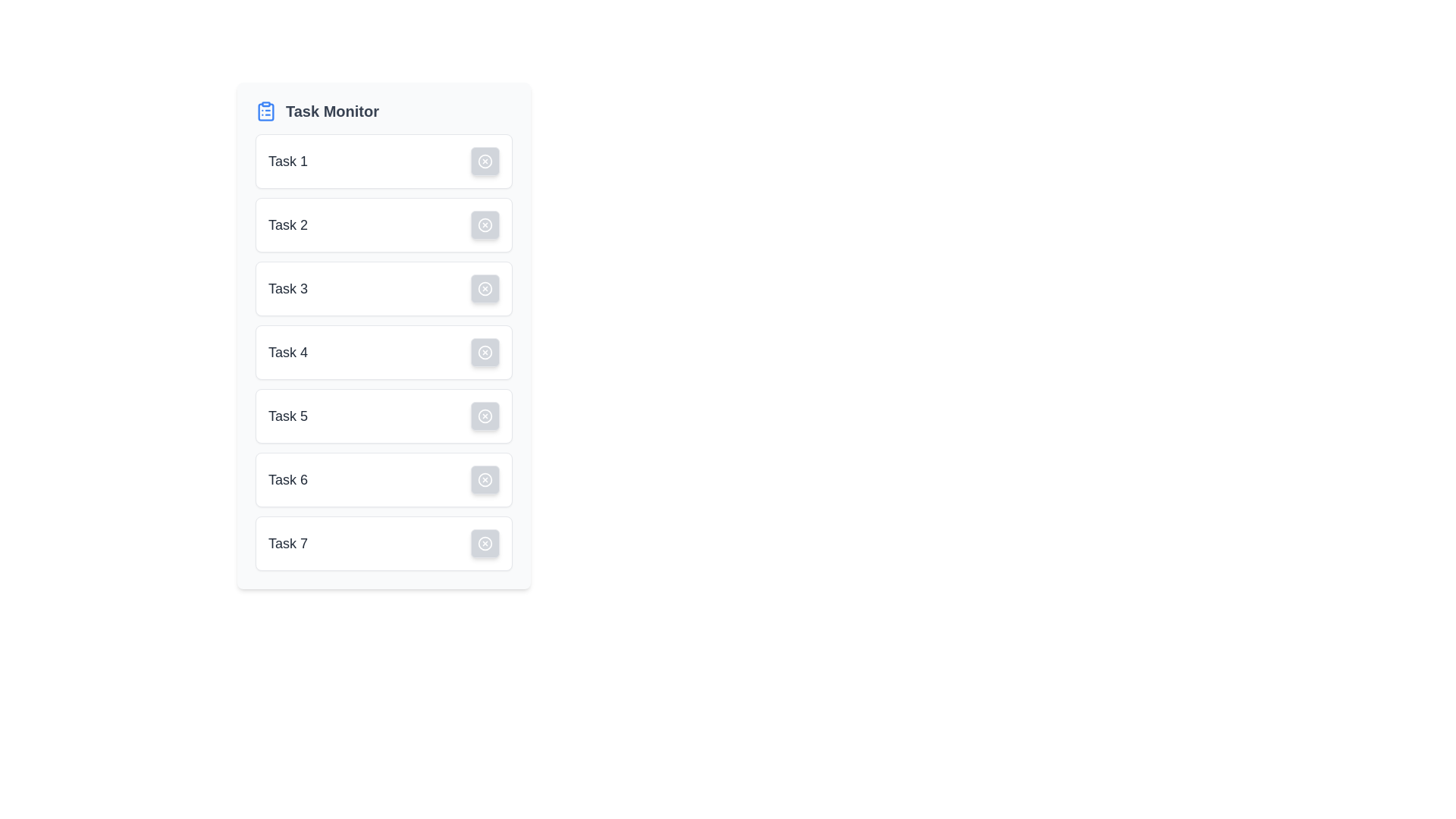  What do you see at coordinates (384, 353) in the screenshot?
I see `task description displayed in the List item labeled 'Task 4', which is the fourth item in a vertical list of tasks` at bounding box center [384, 353].